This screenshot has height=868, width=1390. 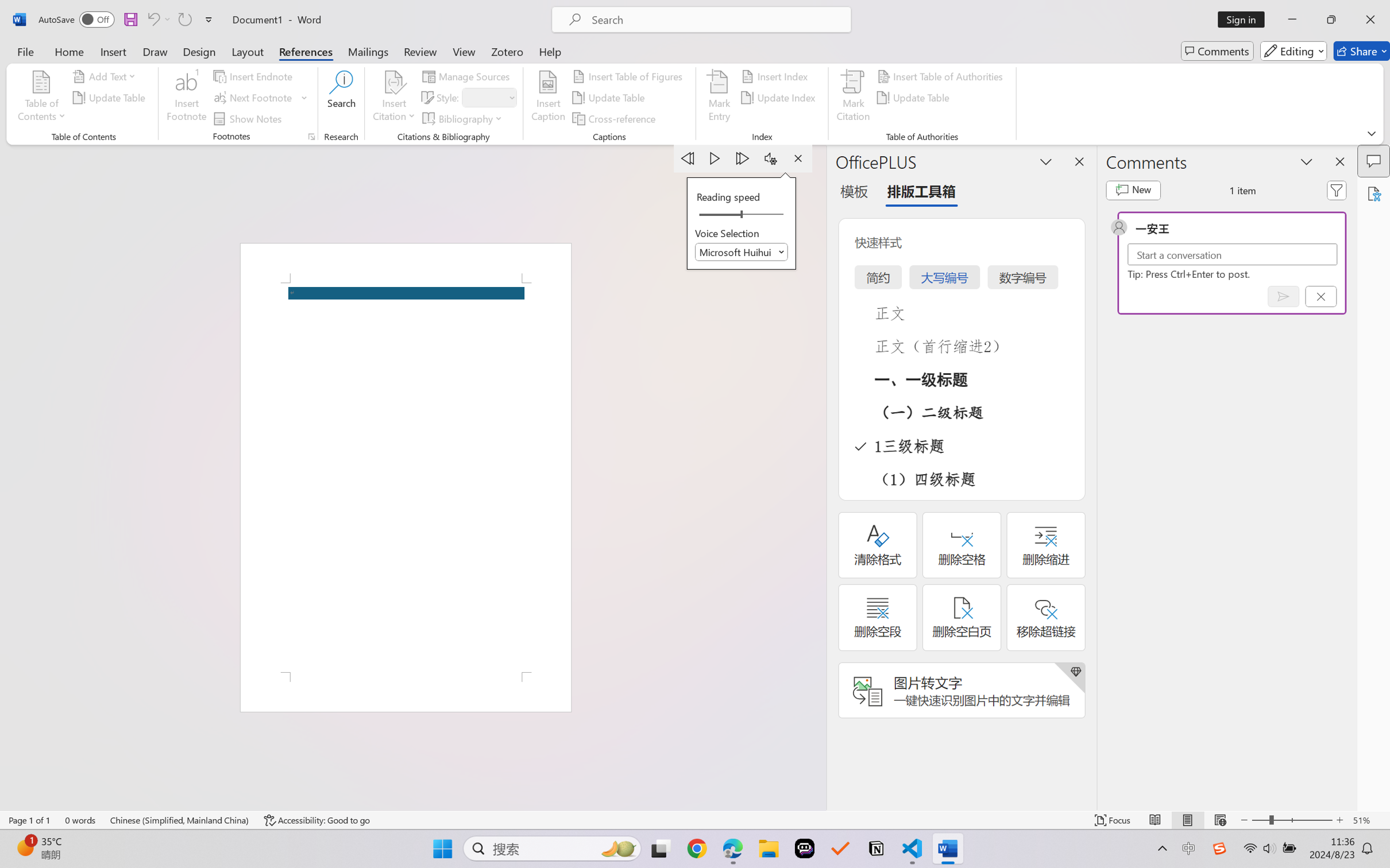 What do you see at coordinates (719, 98) in the screenshot?
I see `'Mark Entry...'` at bounding box center [719, 98].